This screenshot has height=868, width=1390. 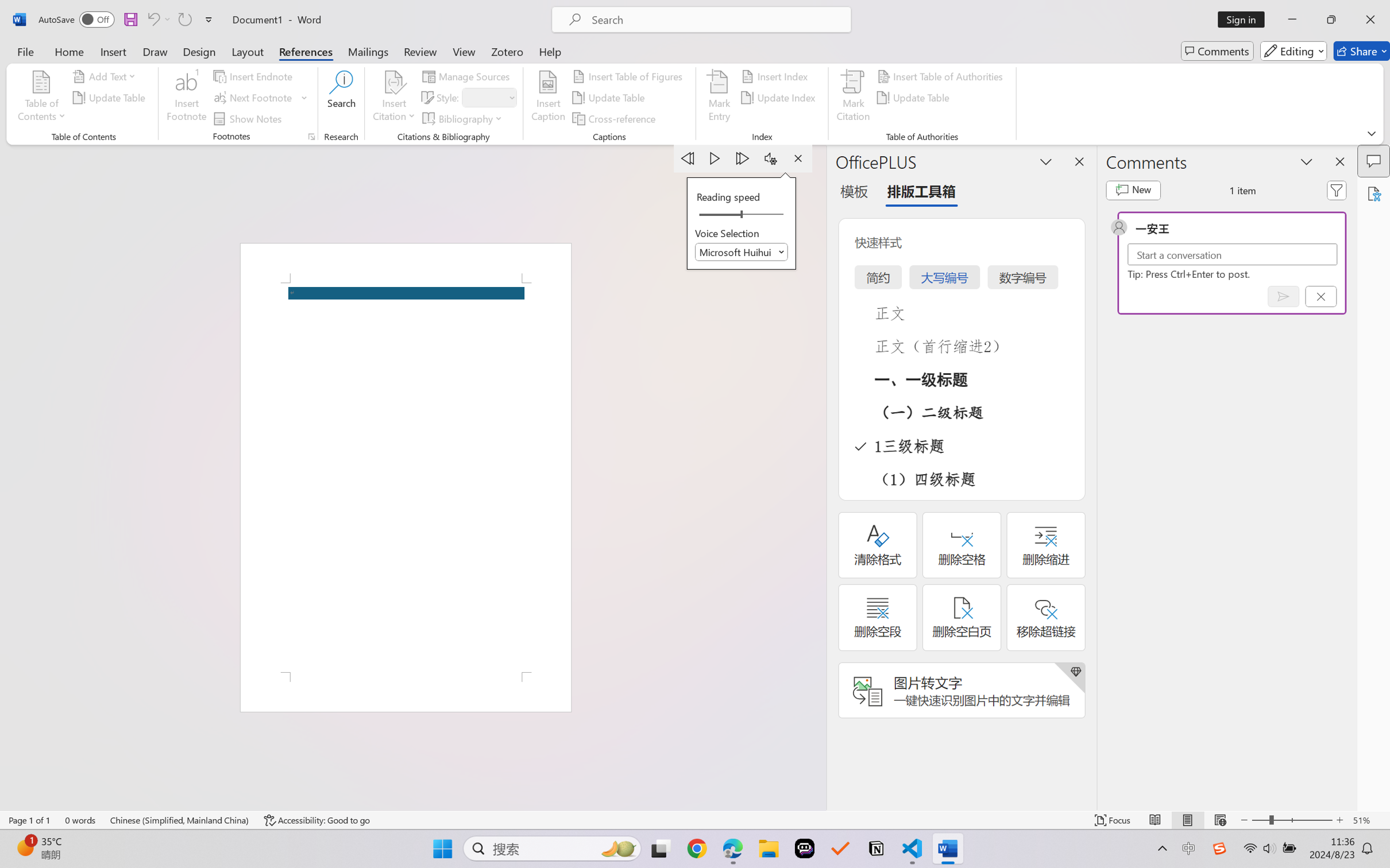 What do you see at coordinates (719, 98) in the screenshot?
I see `'Mark Entry...'` at bounding box center [719, 98].